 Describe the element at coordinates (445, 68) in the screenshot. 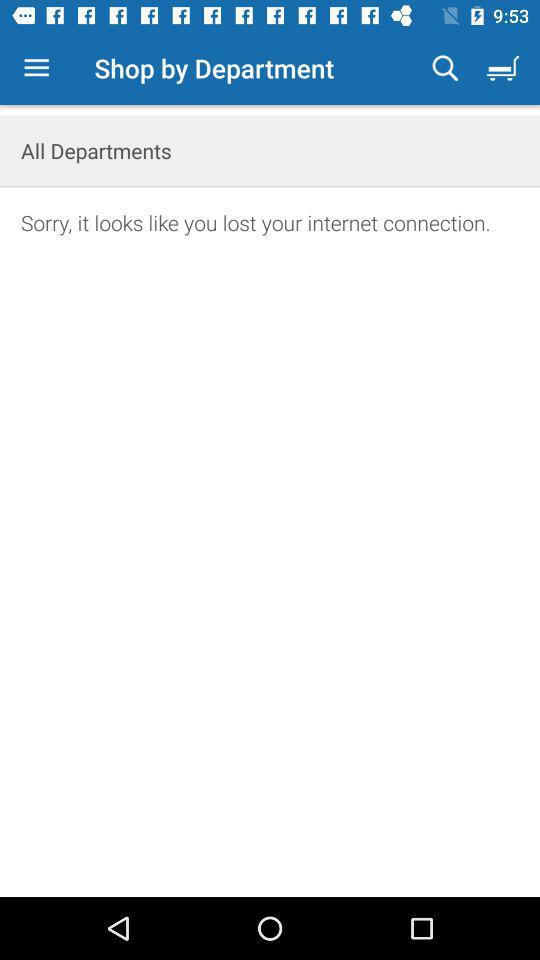

I see `item to the right of the shop by department icon` at that location.